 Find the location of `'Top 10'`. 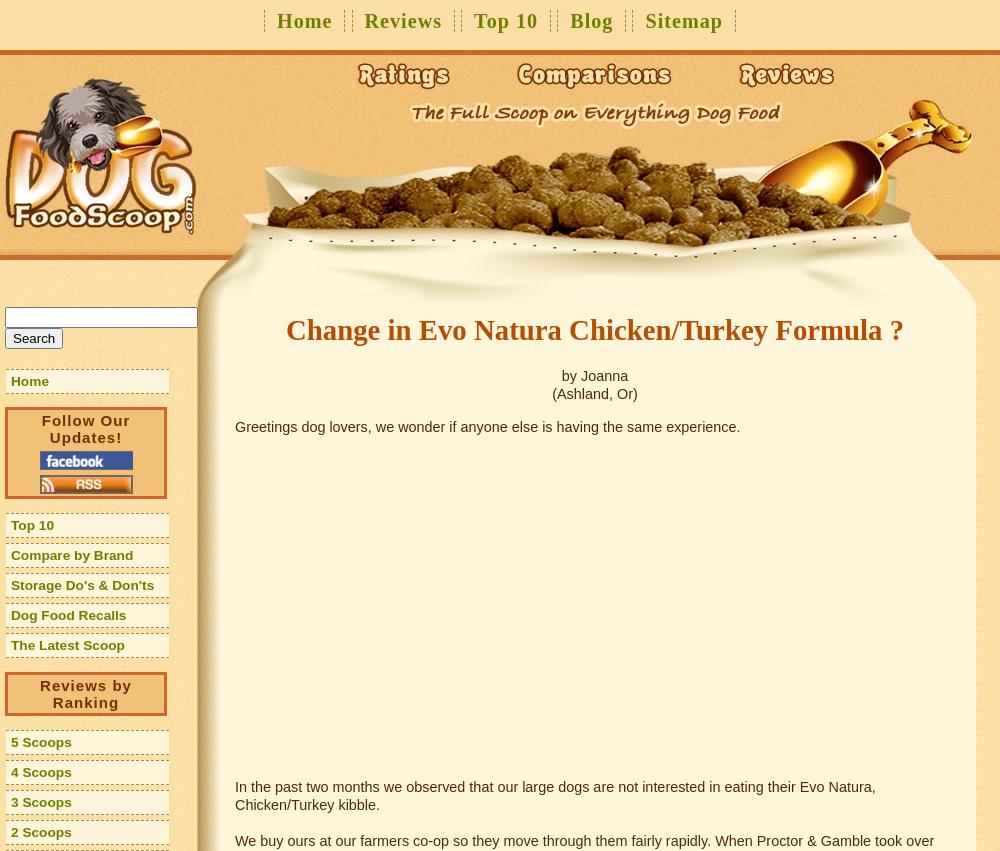

'Top 10' is located at coordinates (32, 525).